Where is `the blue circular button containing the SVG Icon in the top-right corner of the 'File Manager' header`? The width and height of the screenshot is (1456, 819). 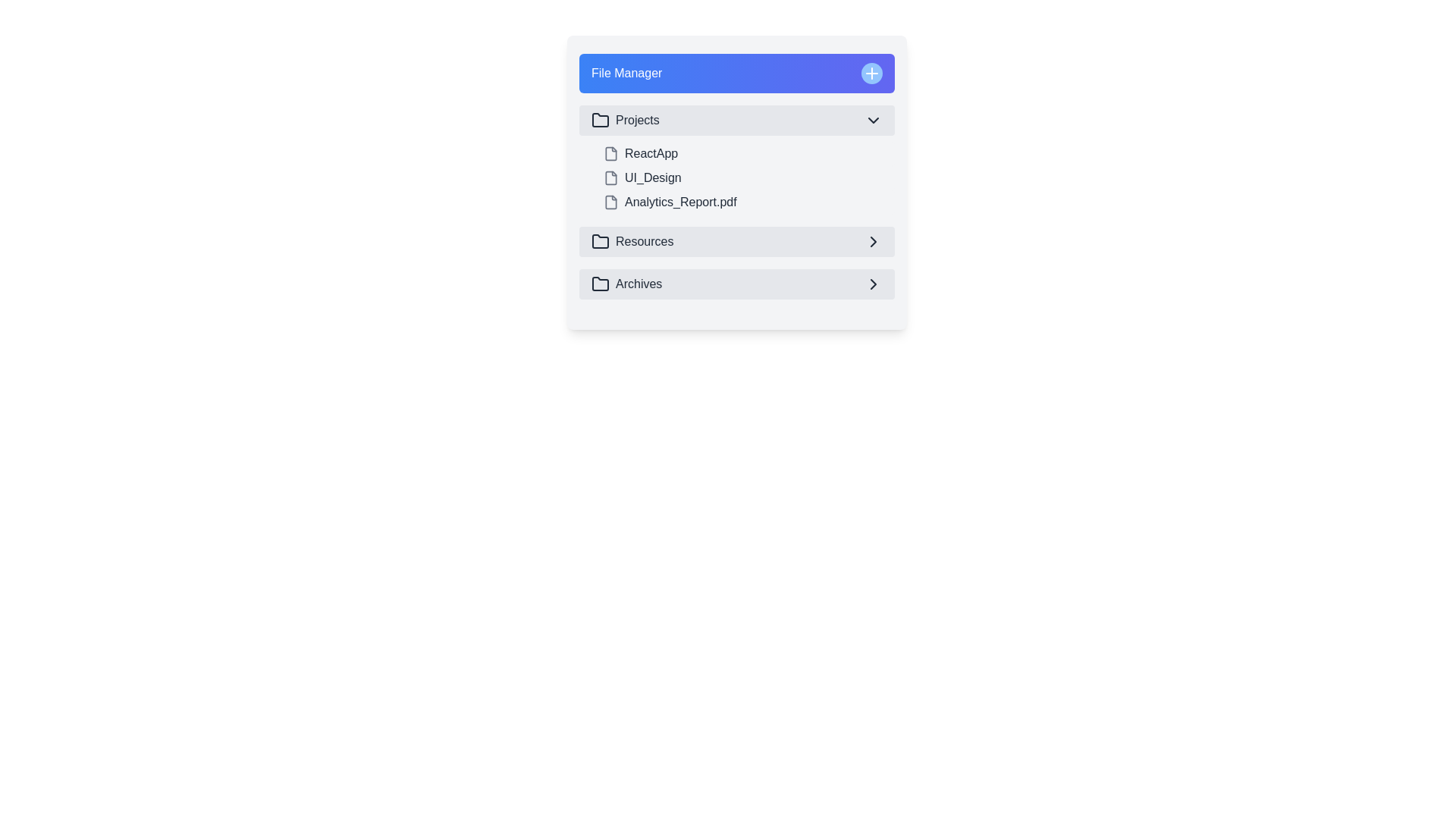
the blue circular button containing the SVG Icon in the top-right corner of the 'File Manager' header is located at coordinates (872, 73).